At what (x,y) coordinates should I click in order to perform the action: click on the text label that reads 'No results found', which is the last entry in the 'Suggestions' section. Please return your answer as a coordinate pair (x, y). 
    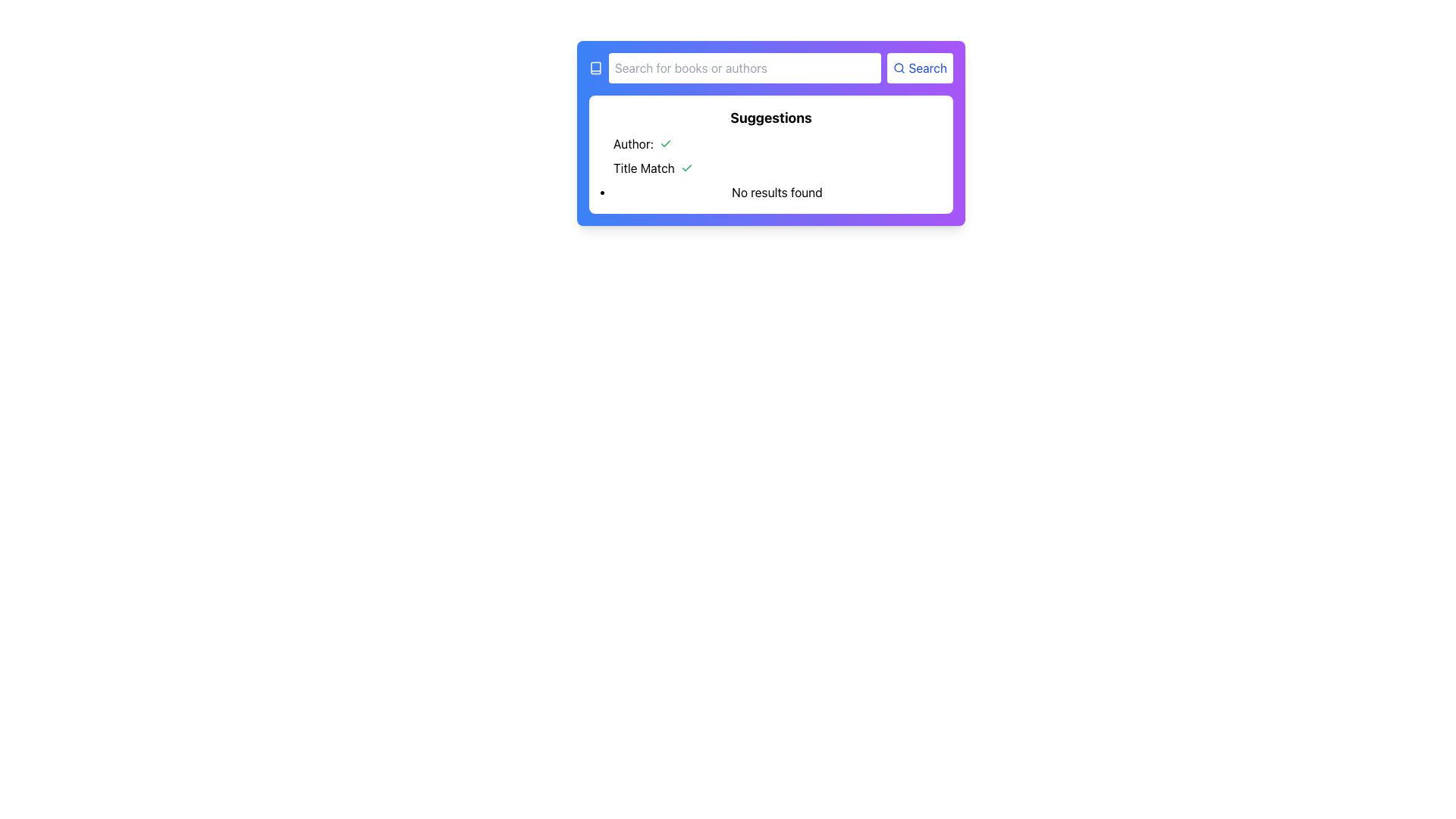
    Looking at the image, I should click on (777, 192).